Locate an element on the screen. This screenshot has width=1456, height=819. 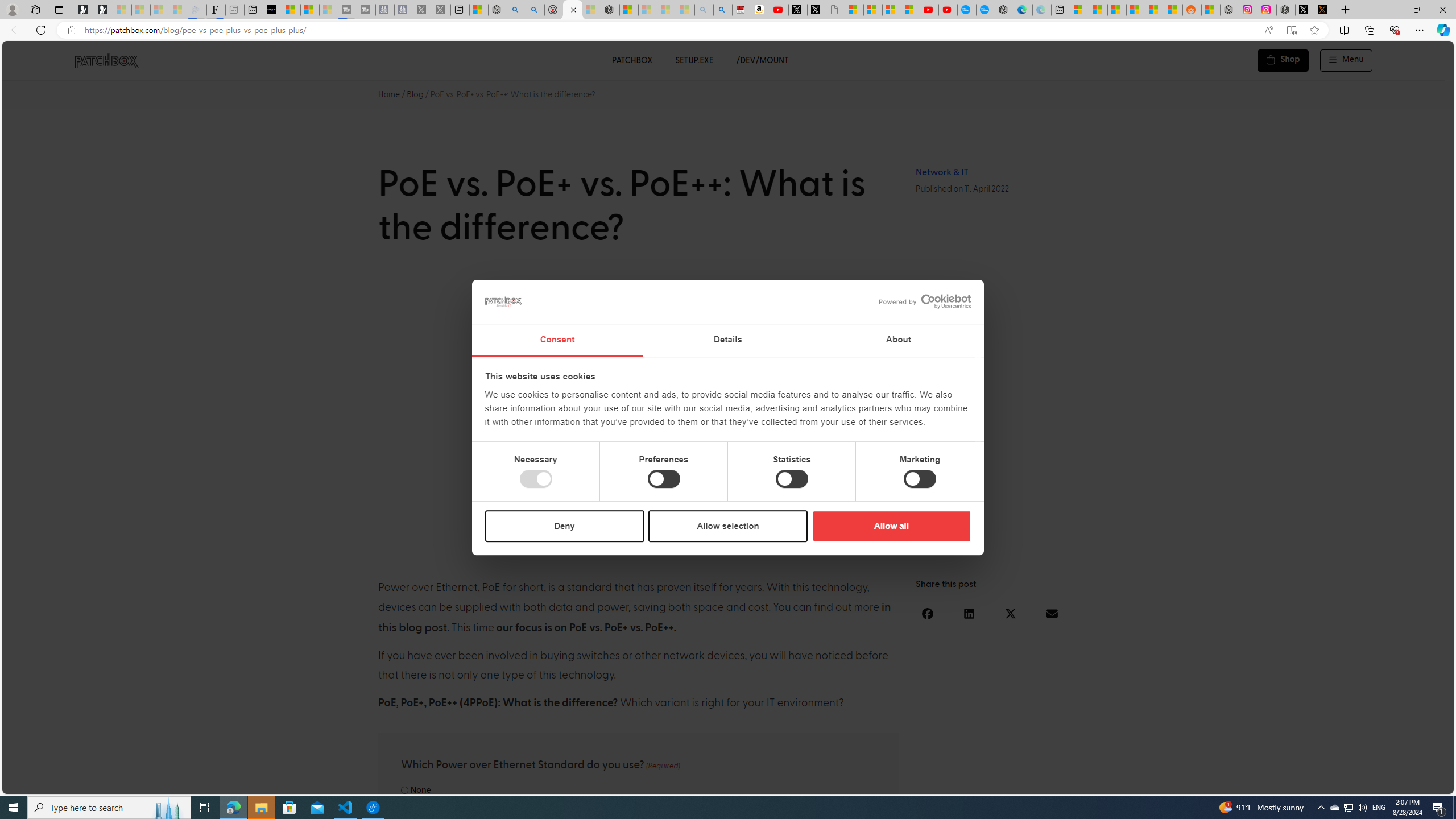
'Share on linkedin' is located at coordinates (969, 614).